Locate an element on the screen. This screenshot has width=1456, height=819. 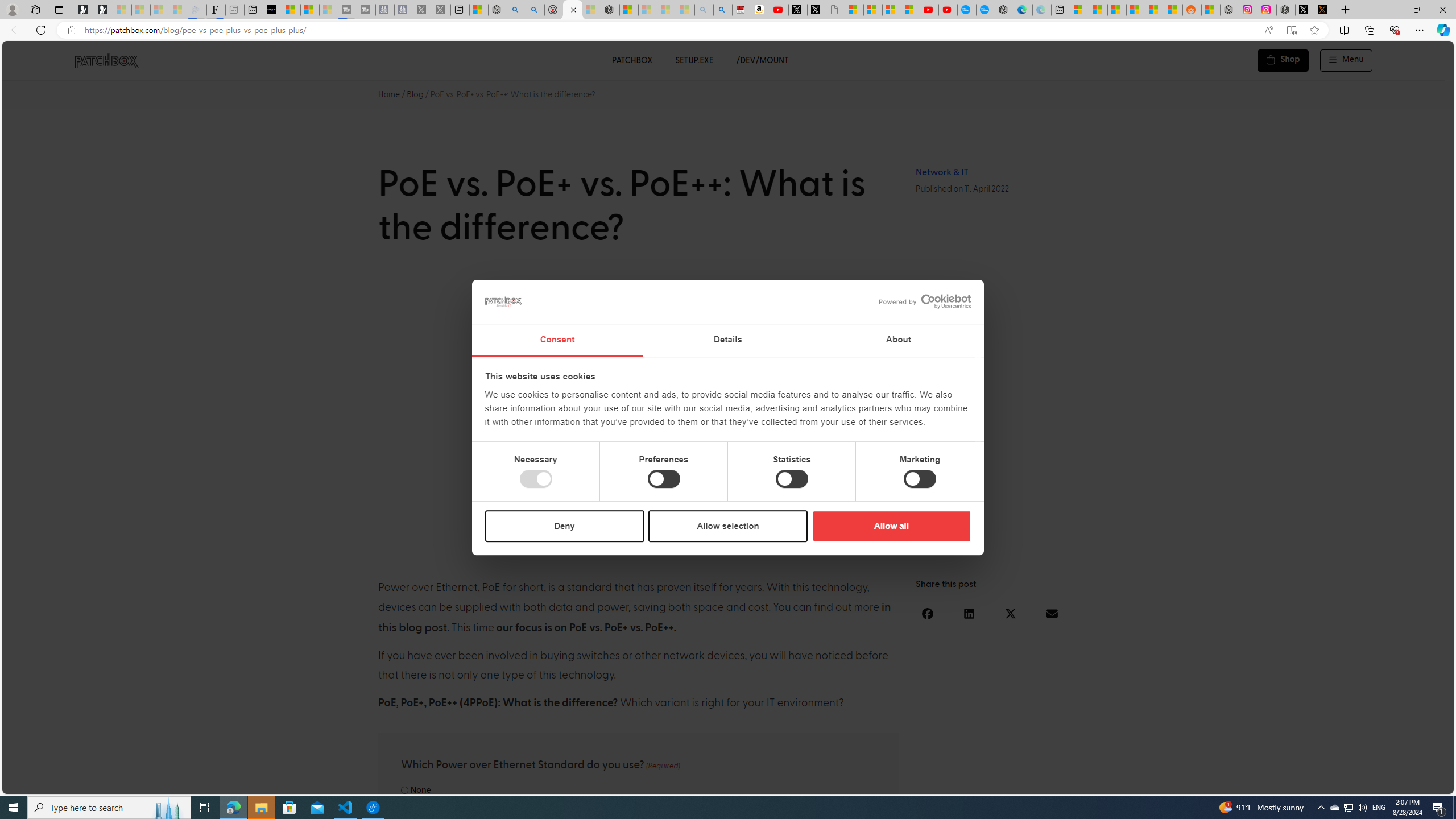
'Share on linkedin' is located at coordinates (969, 614).